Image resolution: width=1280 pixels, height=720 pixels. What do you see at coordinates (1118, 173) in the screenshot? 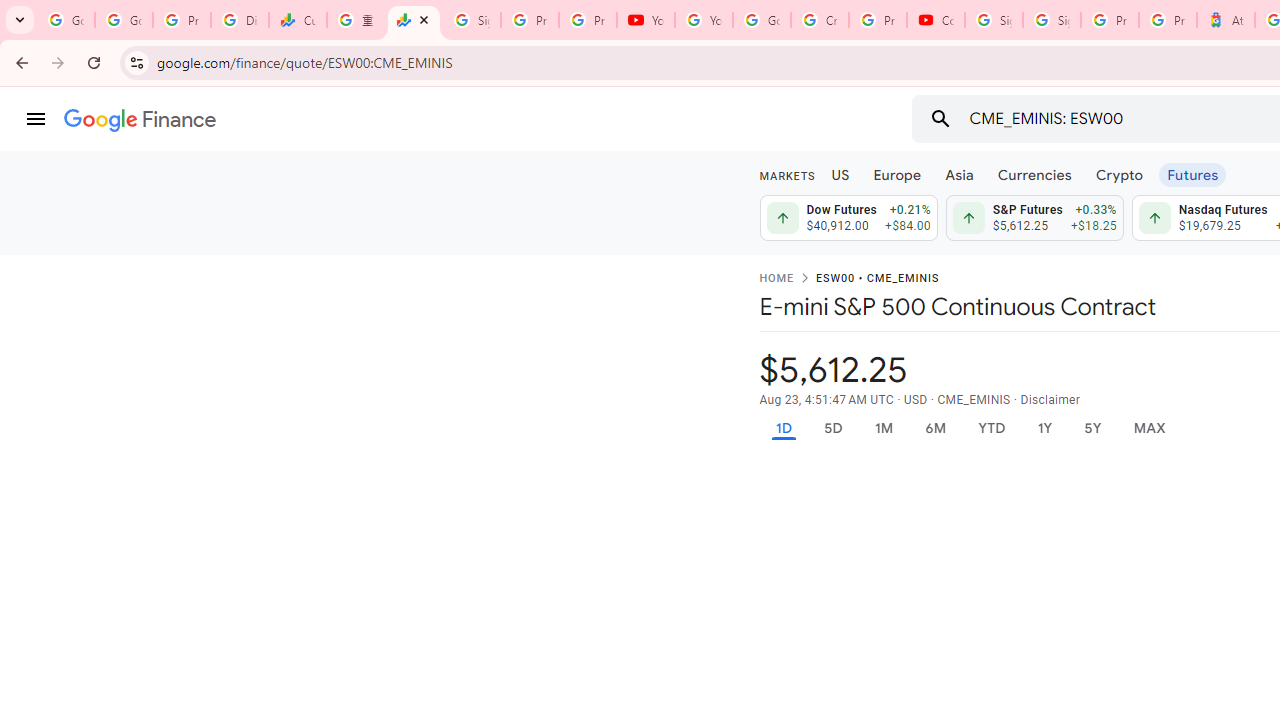
I see `'Crypto'` at bounding box center [1118, 173].